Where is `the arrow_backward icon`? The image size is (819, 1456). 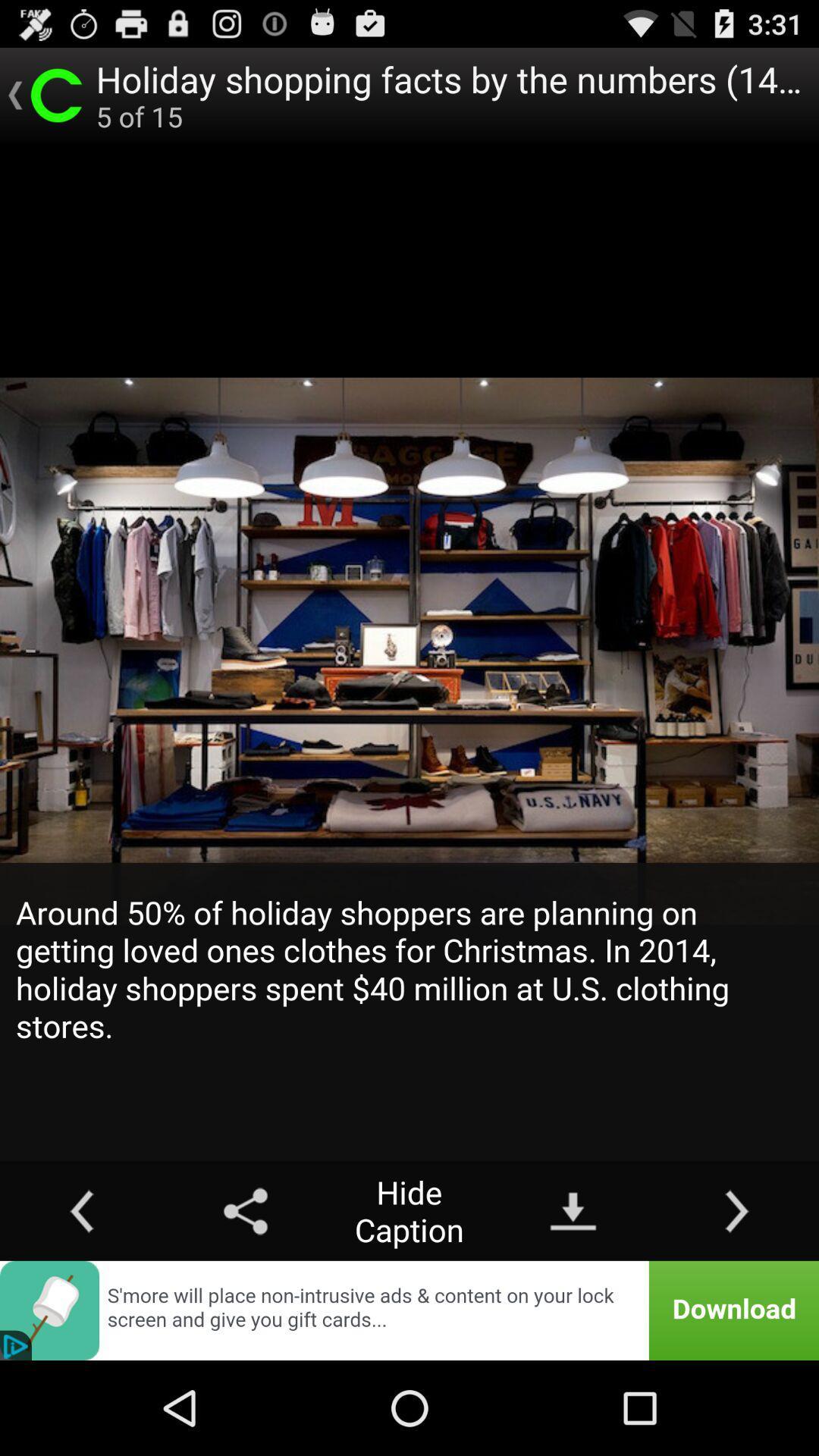
the arrow_backward icon is located at coordinates (82, 1295).